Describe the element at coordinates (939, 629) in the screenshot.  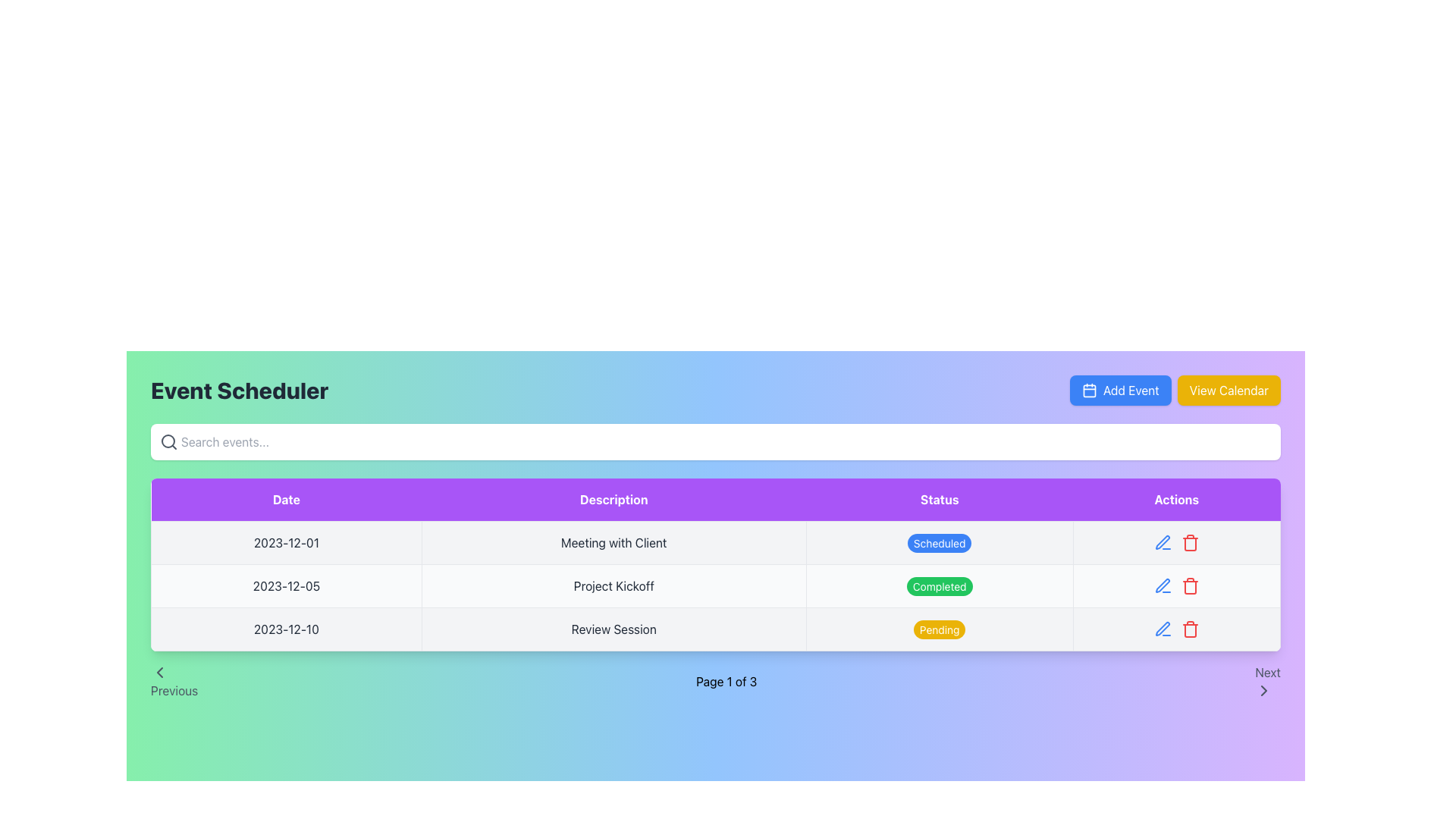
I see `the 'Pending' status indicator button with a yellow background in the 'Status' column of the third row, which is associated with the event 'Review Session'` at that location.